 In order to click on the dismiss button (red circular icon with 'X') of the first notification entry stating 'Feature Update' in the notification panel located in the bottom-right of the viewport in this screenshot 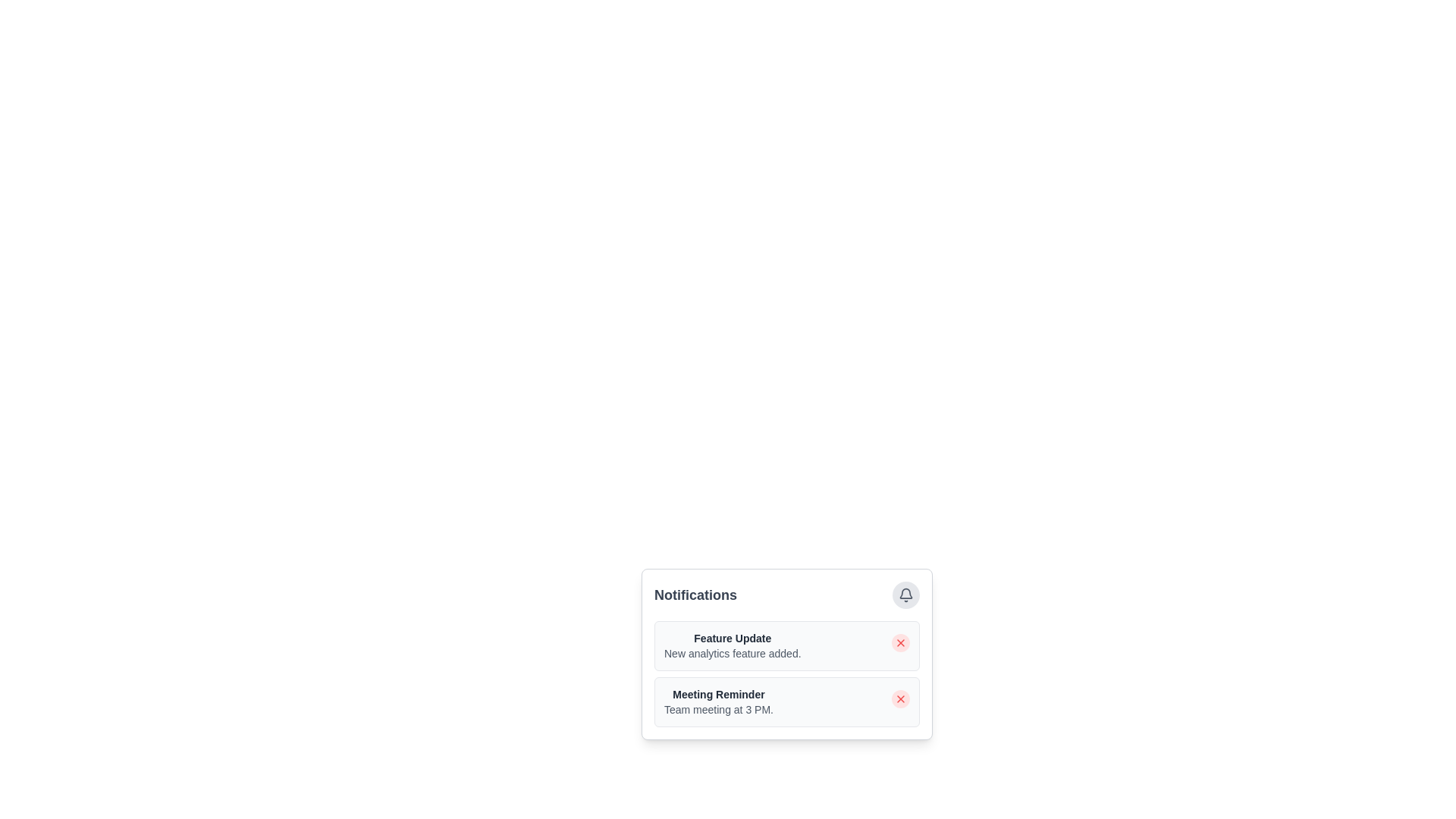, I will do `click(830, 666)`.